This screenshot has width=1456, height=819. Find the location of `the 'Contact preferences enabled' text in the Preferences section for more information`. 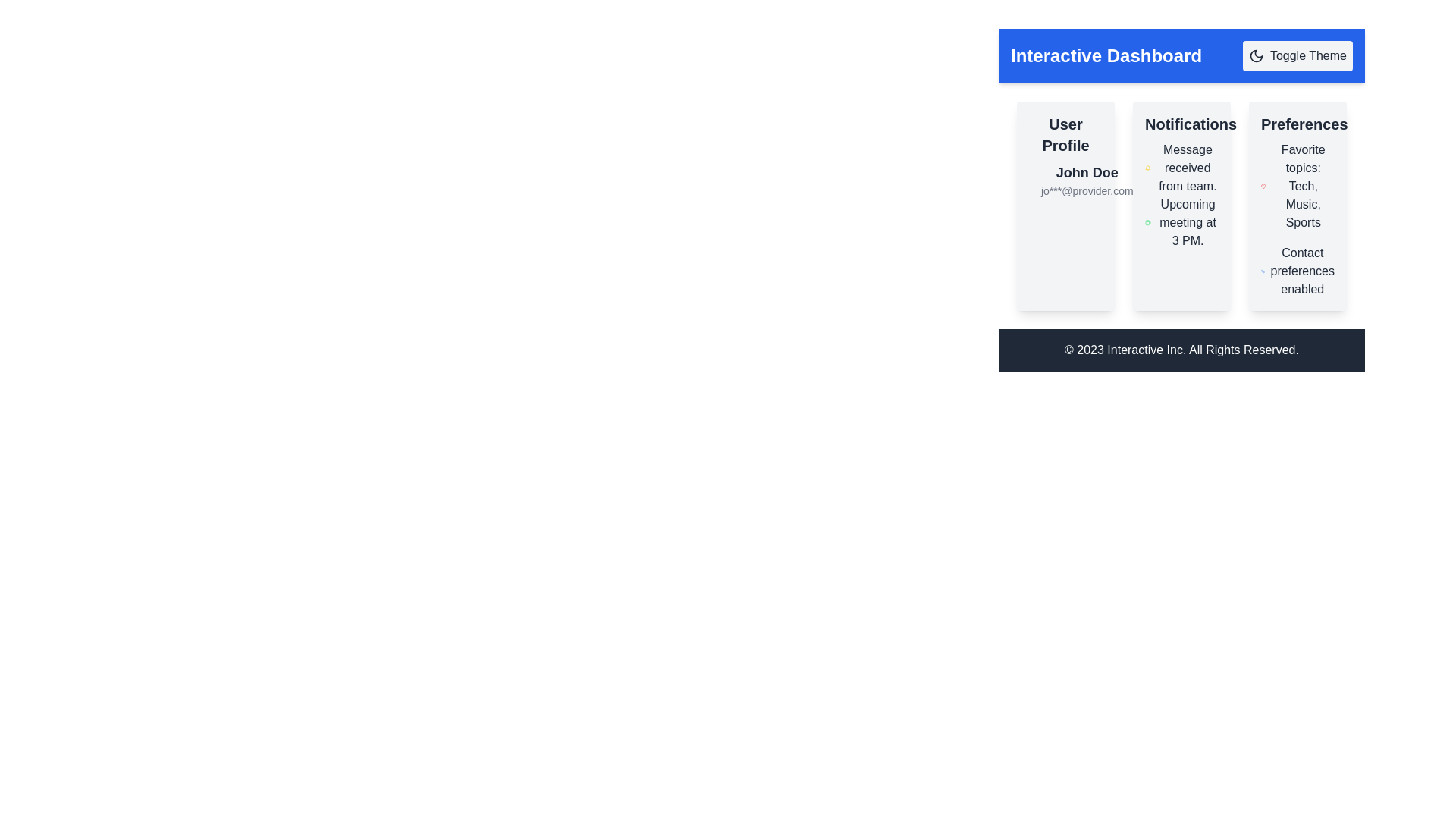

the 'Contact preferences enabled' text in the Preferences section for more information is located at coordinates (1297, 271).